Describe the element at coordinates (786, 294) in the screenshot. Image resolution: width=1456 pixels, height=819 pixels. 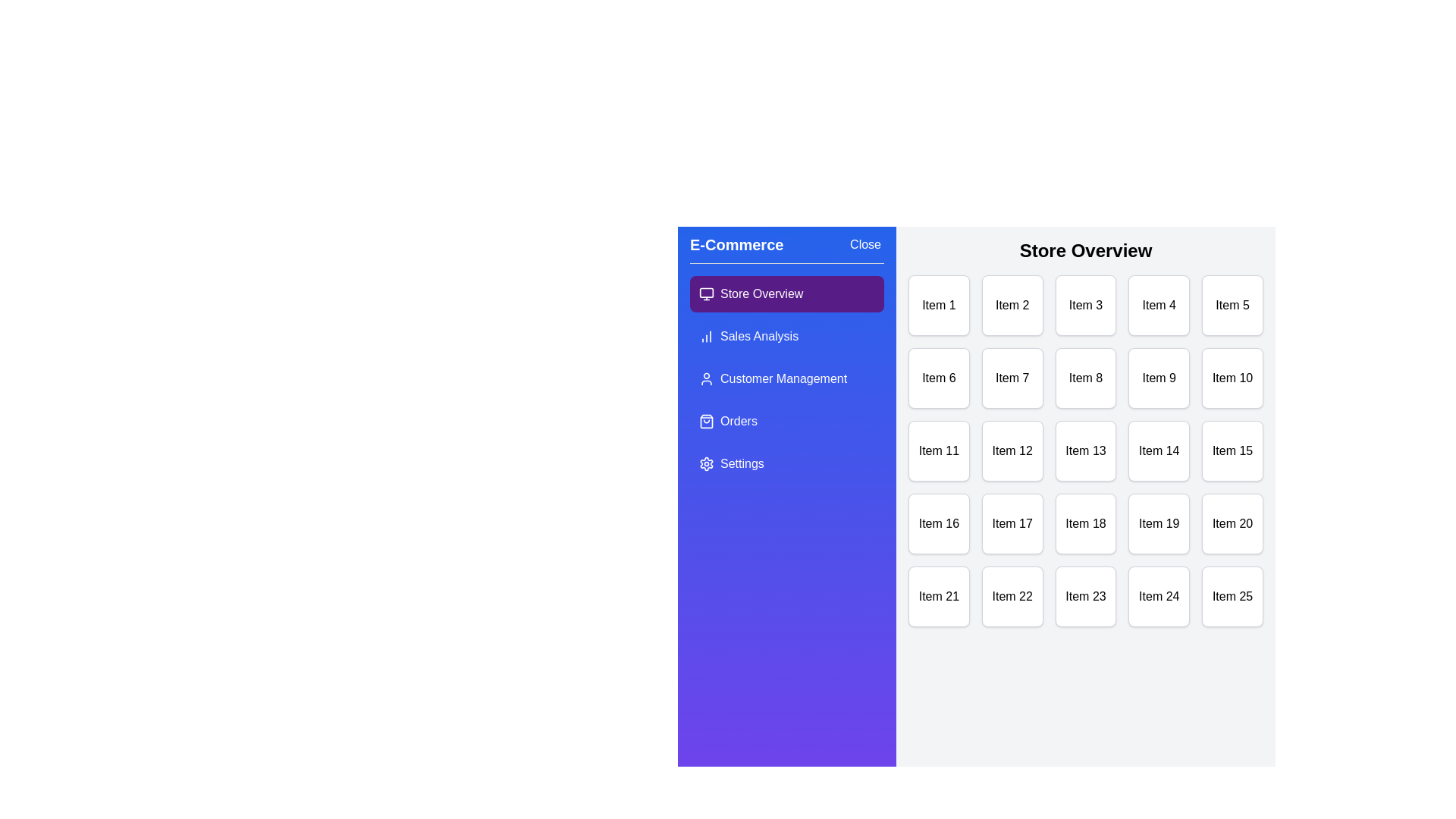
I see `the menu option Store Overview from the drawer` at that location.